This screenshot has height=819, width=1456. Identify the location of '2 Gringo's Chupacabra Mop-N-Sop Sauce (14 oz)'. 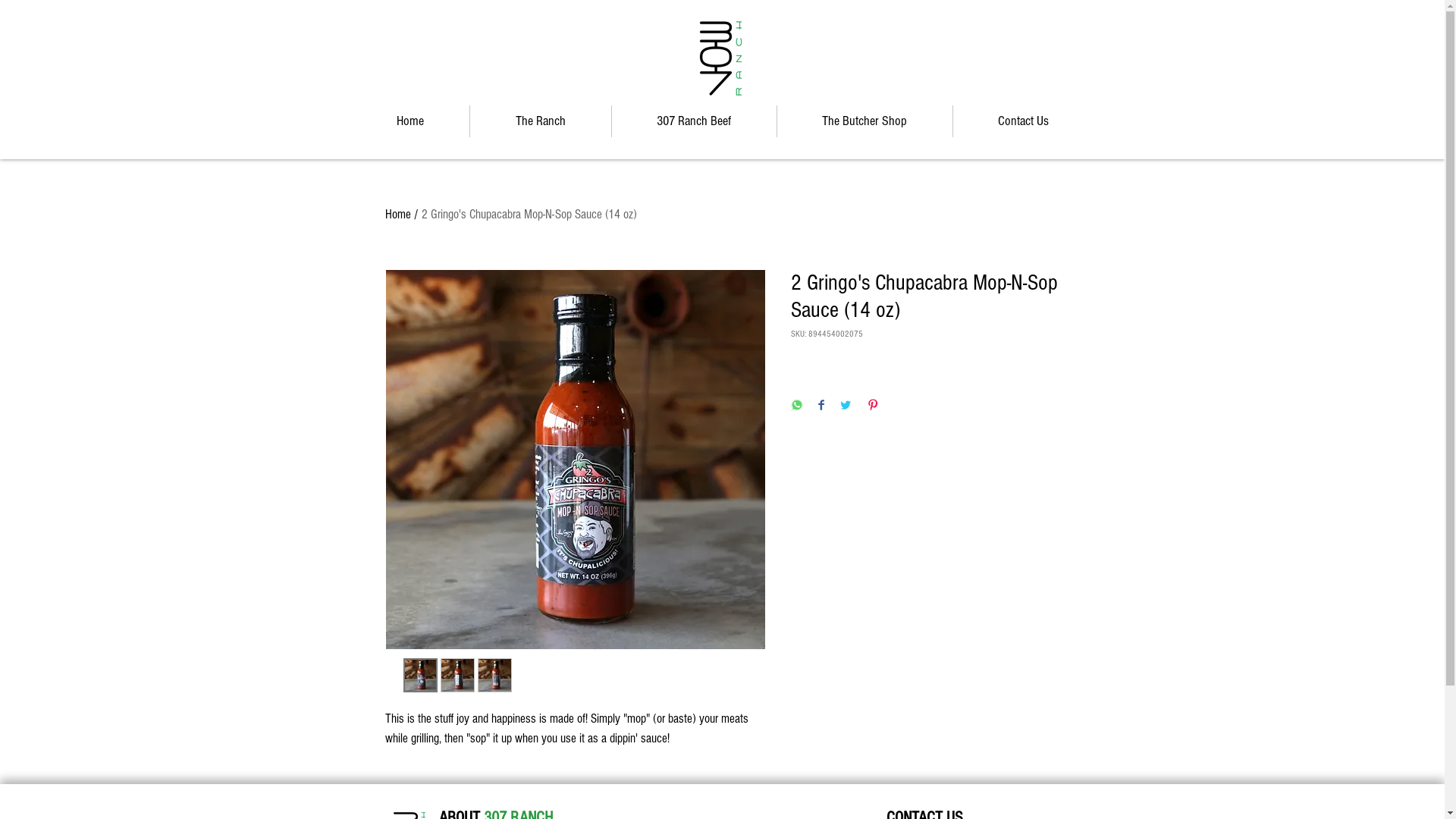
(529, 214).